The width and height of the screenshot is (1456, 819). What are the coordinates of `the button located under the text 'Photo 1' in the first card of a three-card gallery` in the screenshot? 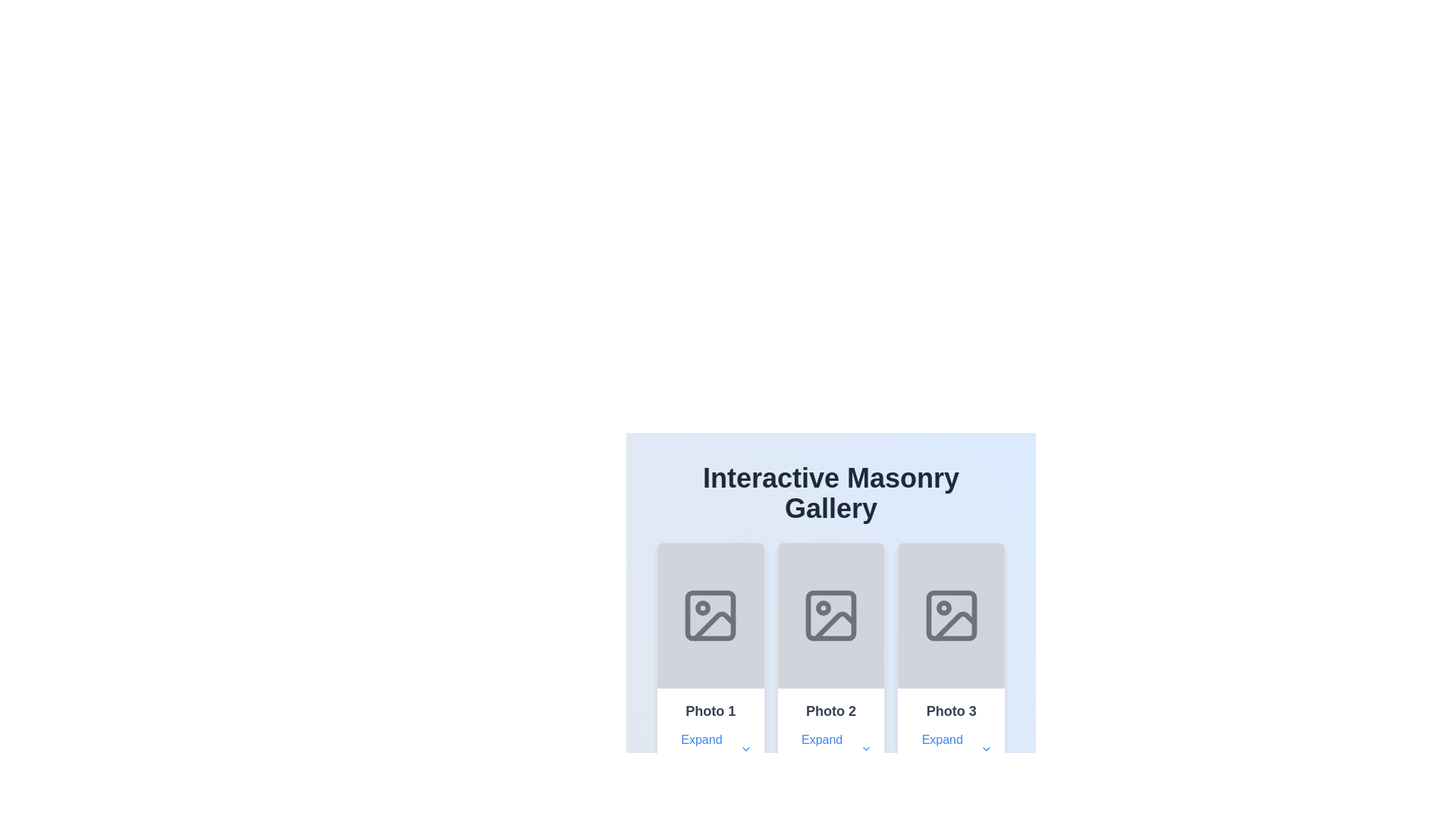 It's located at (710, 748).